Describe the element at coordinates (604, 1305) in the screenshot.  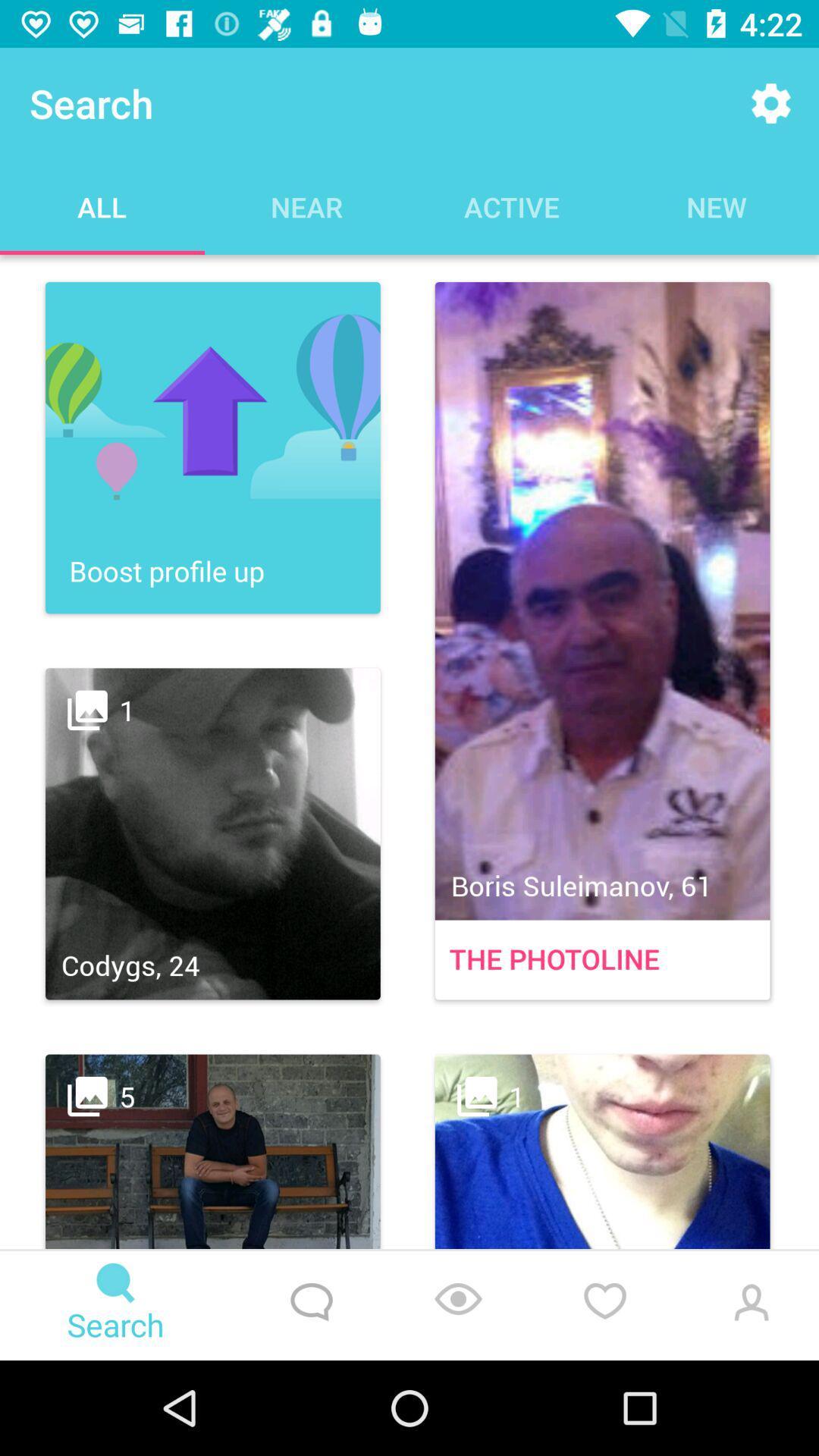
I see `the favorite icon` at that location.